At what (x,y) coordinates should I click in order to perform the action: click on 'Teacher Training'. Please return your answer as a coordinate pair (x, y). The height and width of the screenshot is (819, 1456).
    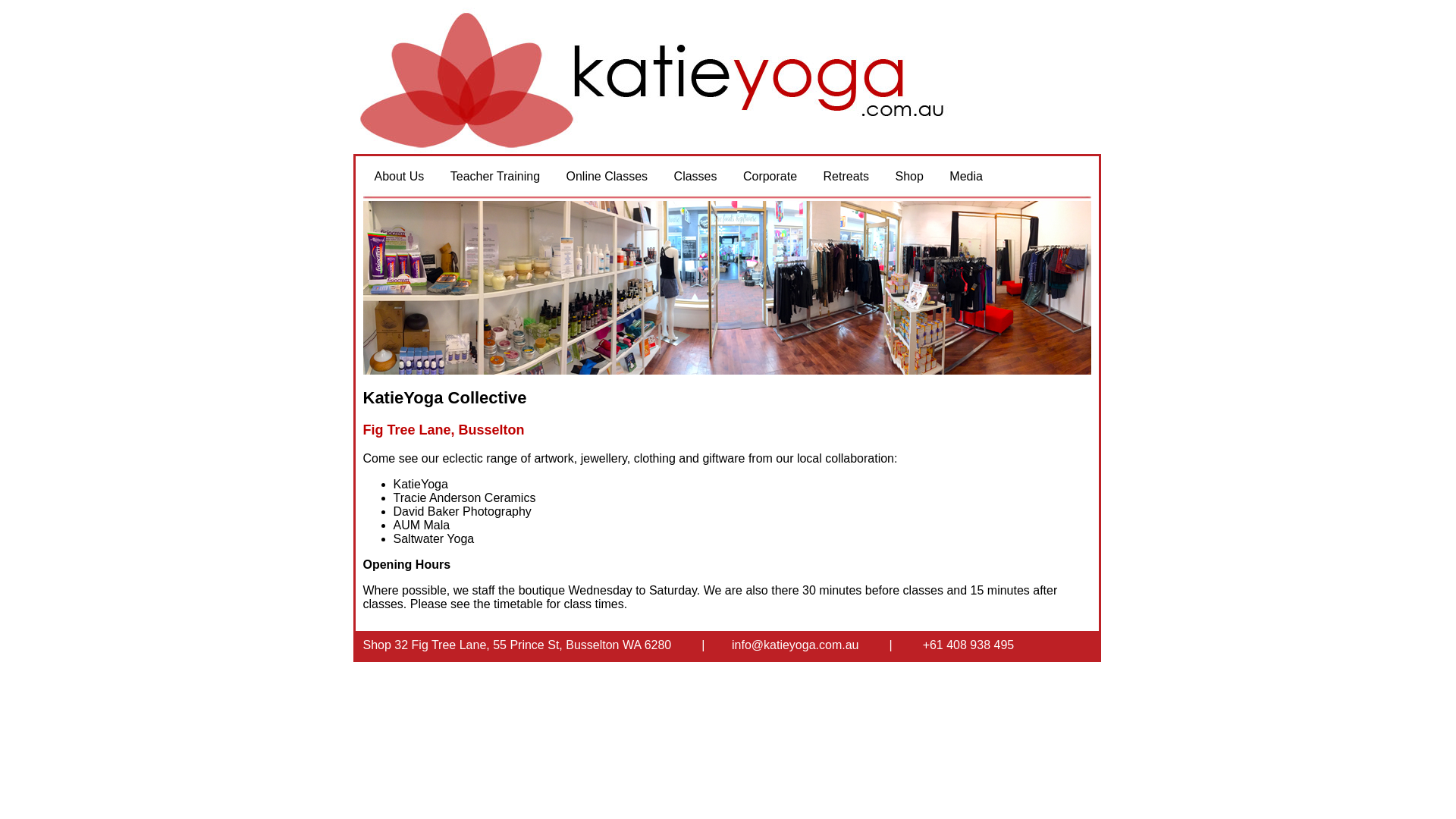
    Looking at the image, I should click on (494, 175).